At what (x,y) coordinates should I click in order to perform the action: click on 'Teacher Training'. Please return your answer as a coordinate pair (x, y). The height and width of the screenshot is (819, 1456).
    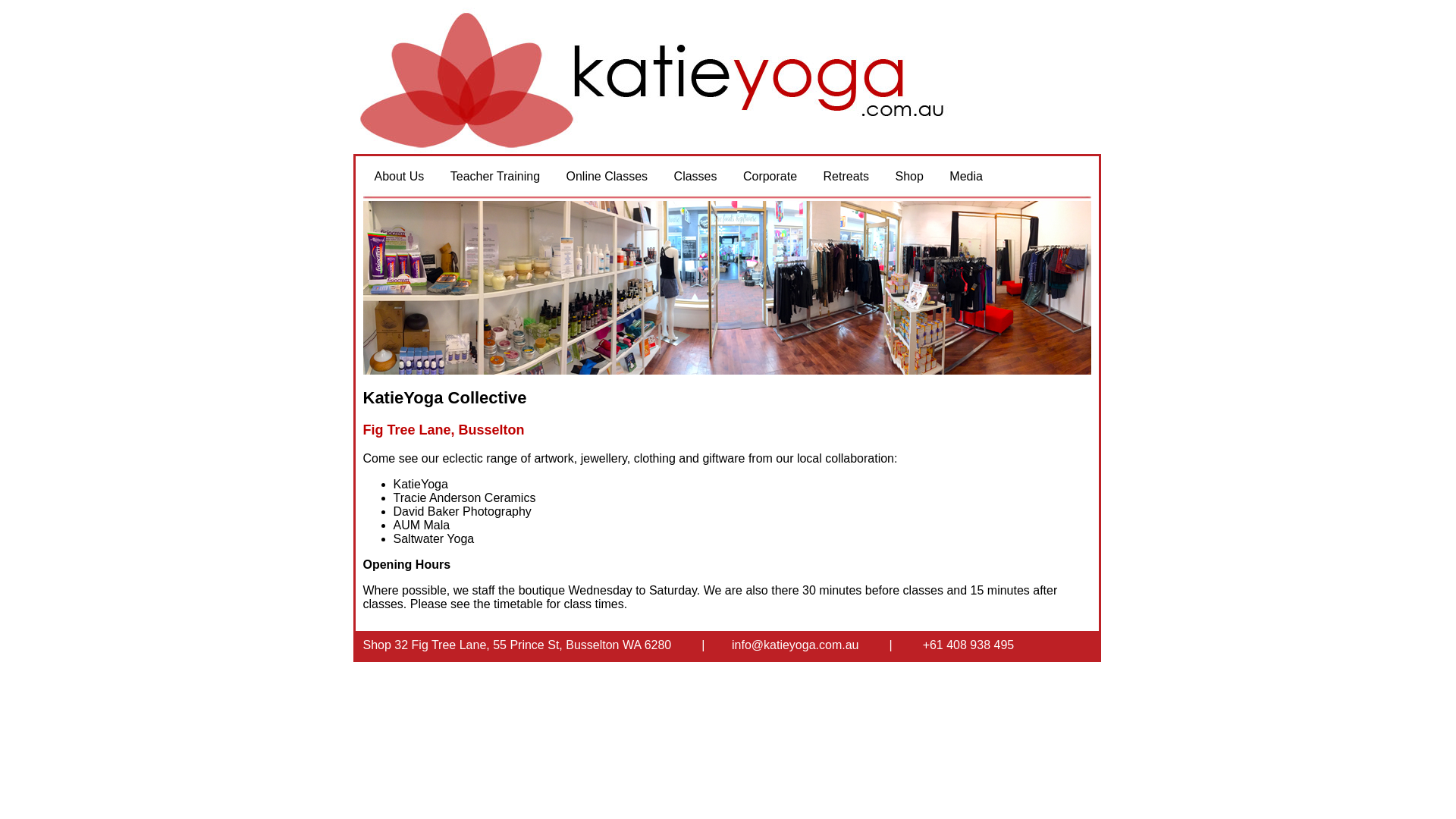
    Looking at the image, I should click on (494, 175).